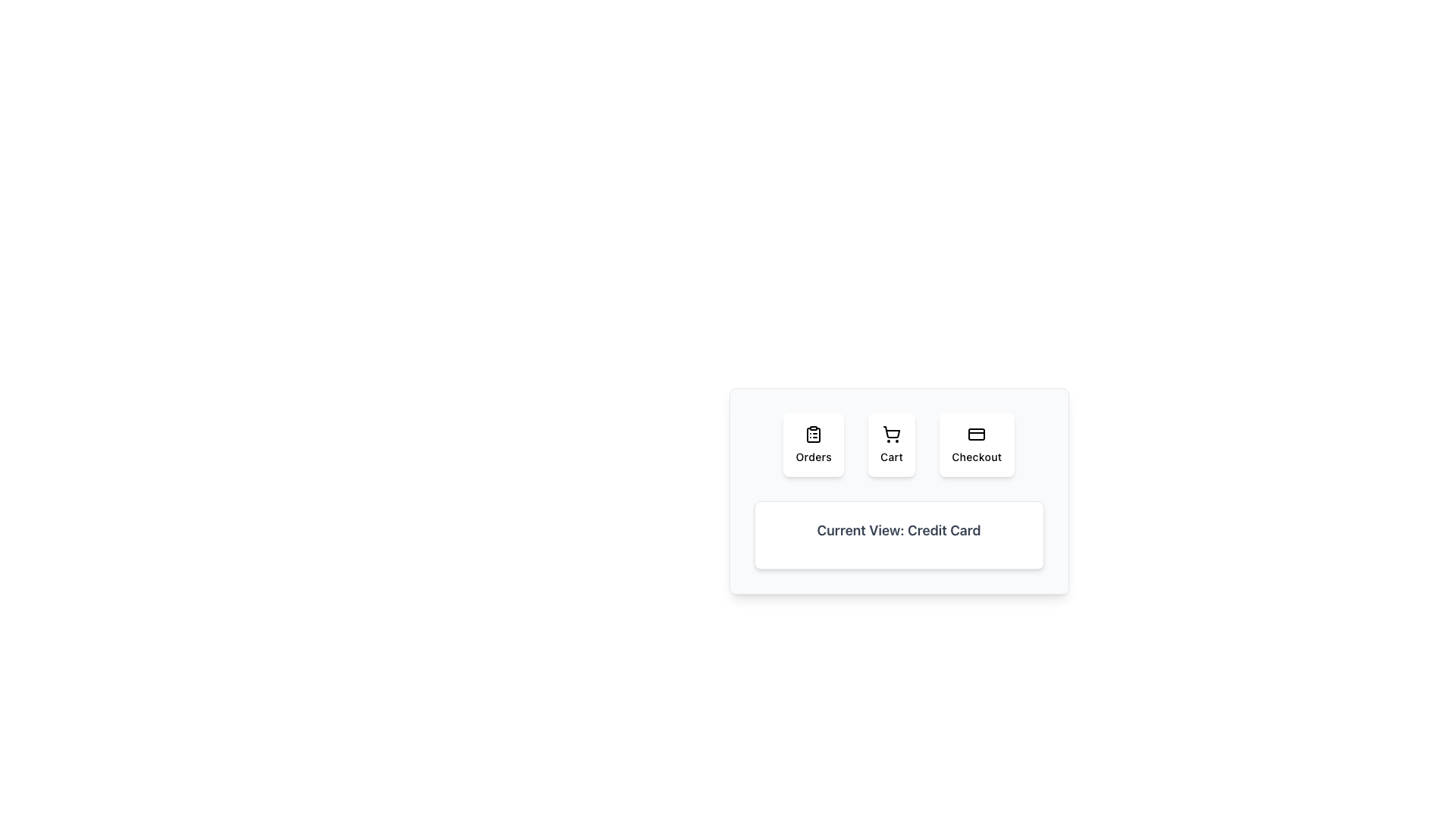 The image size is (1456, 819). Describe the element at coordinates (813, 456) in the screenshot. I see `'Orders' text label located below the clipboard icon in the 'Orders' card to understand the card's purpose` at that location.